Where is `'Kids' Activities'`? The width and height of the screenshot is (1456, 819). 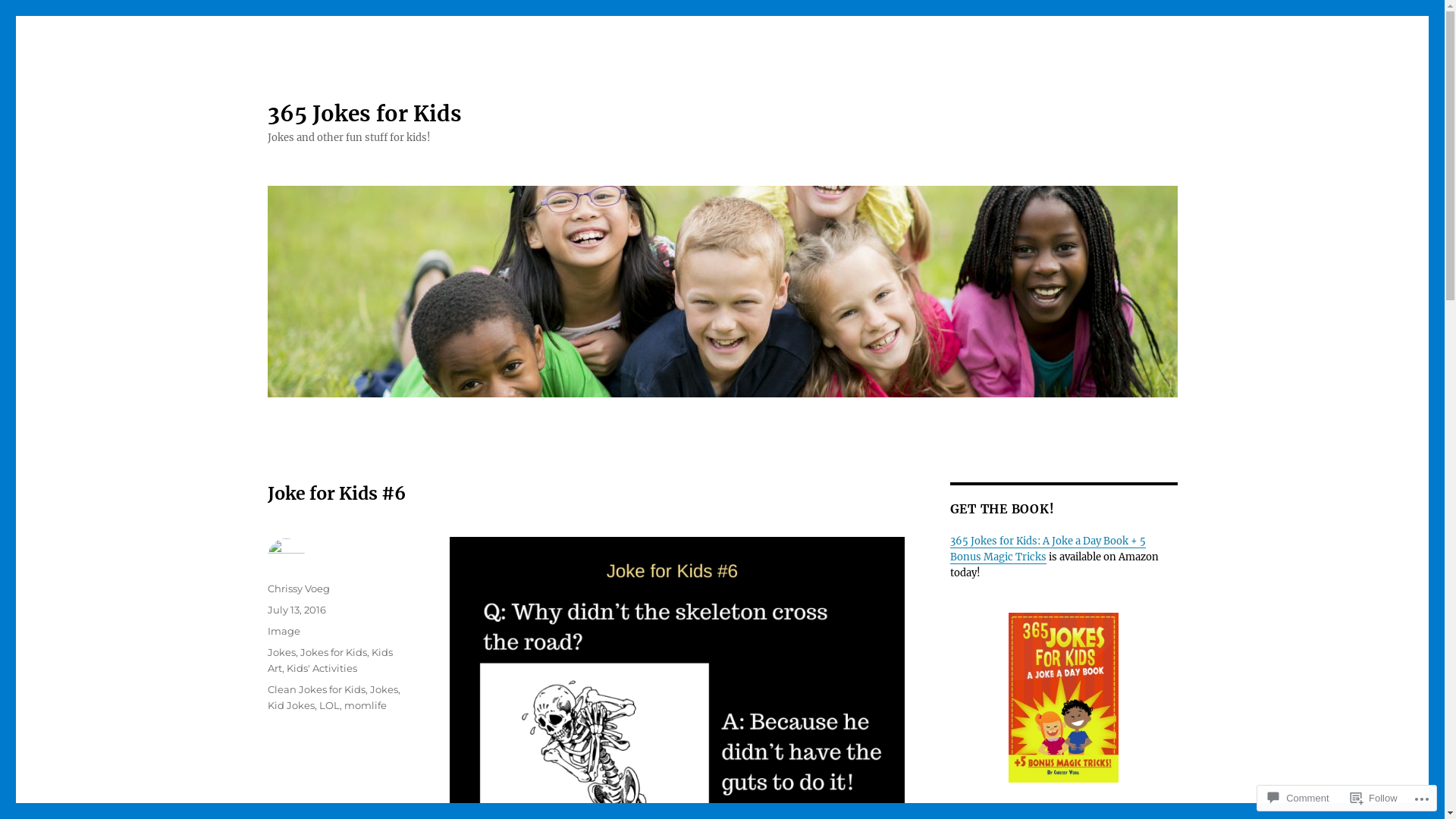
'Kids' Activities' is located at coordinates (321, 667).